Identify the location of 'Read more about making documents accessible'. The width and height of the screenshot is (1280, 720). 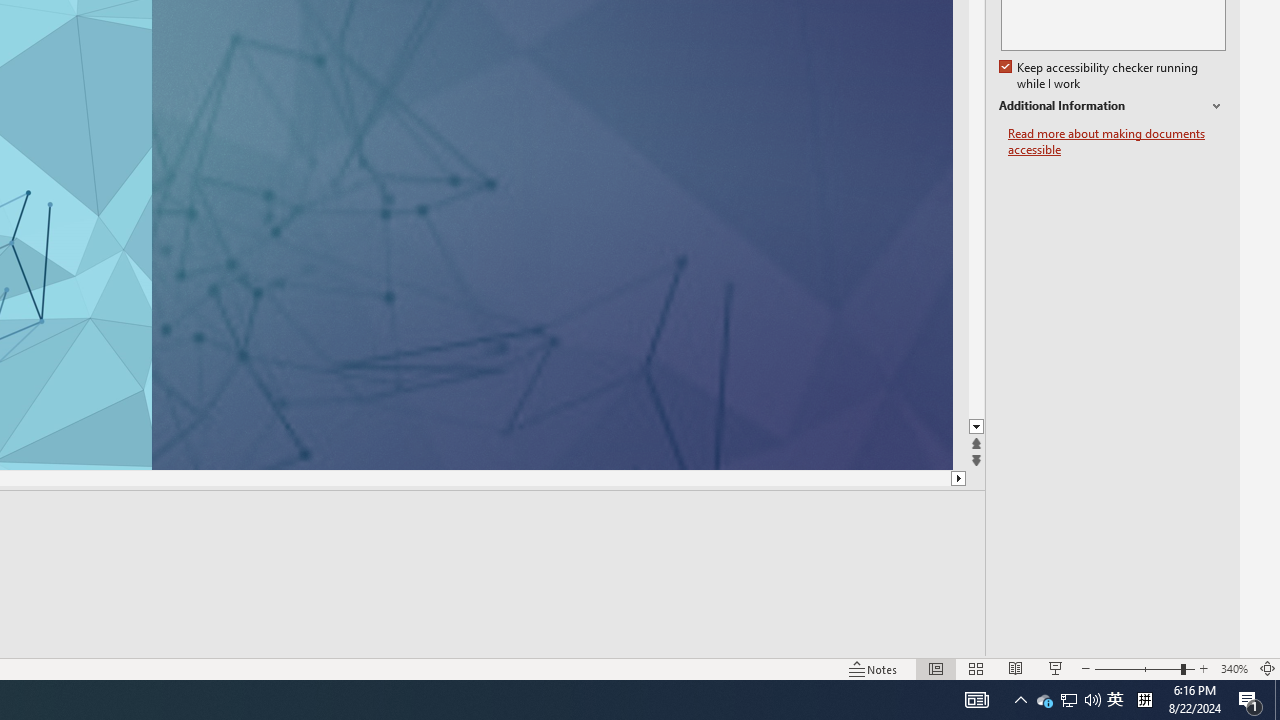
(1116, 141).